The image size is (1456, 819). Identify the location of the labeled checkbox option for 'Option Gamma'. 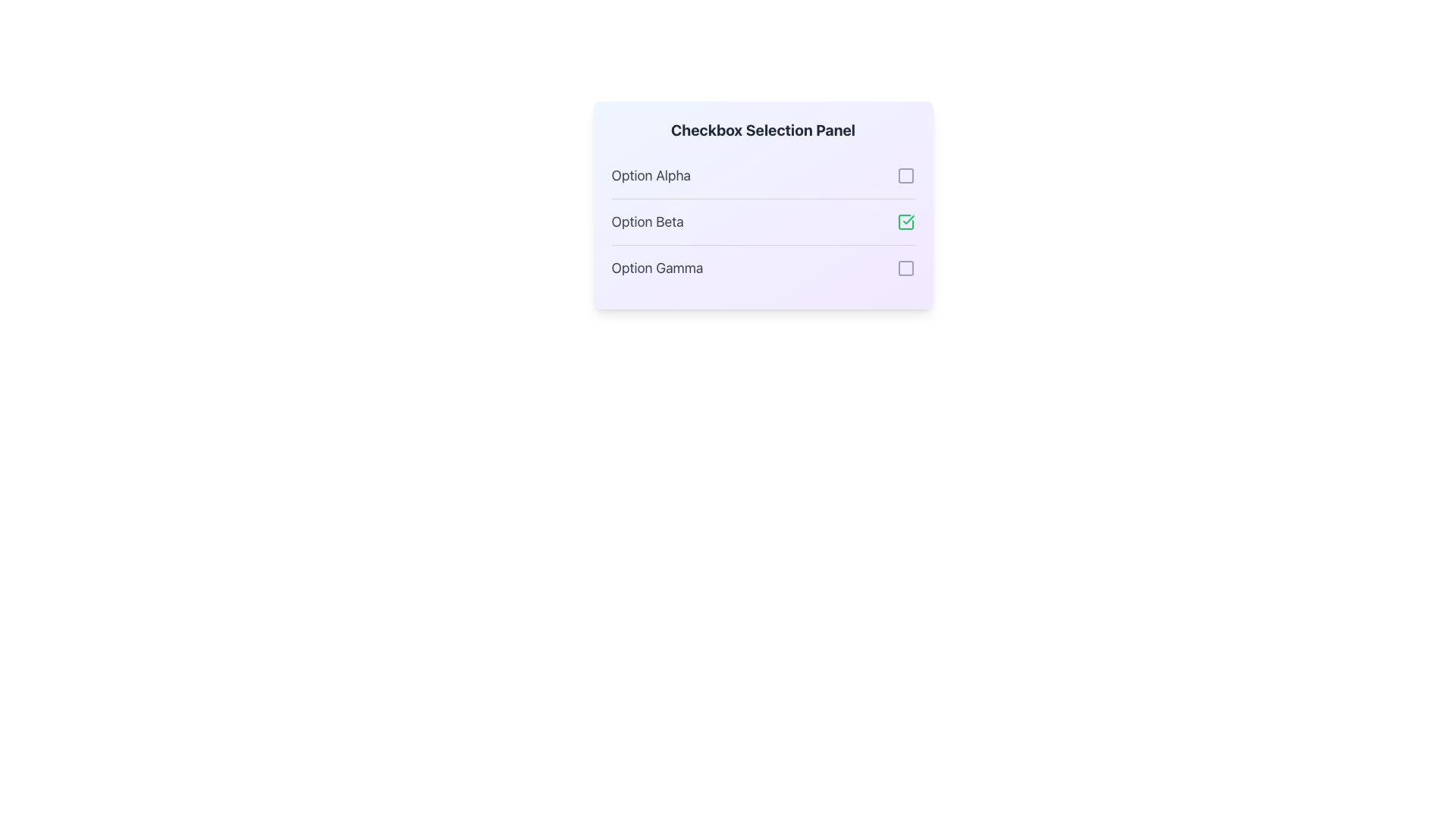
(763, 267).